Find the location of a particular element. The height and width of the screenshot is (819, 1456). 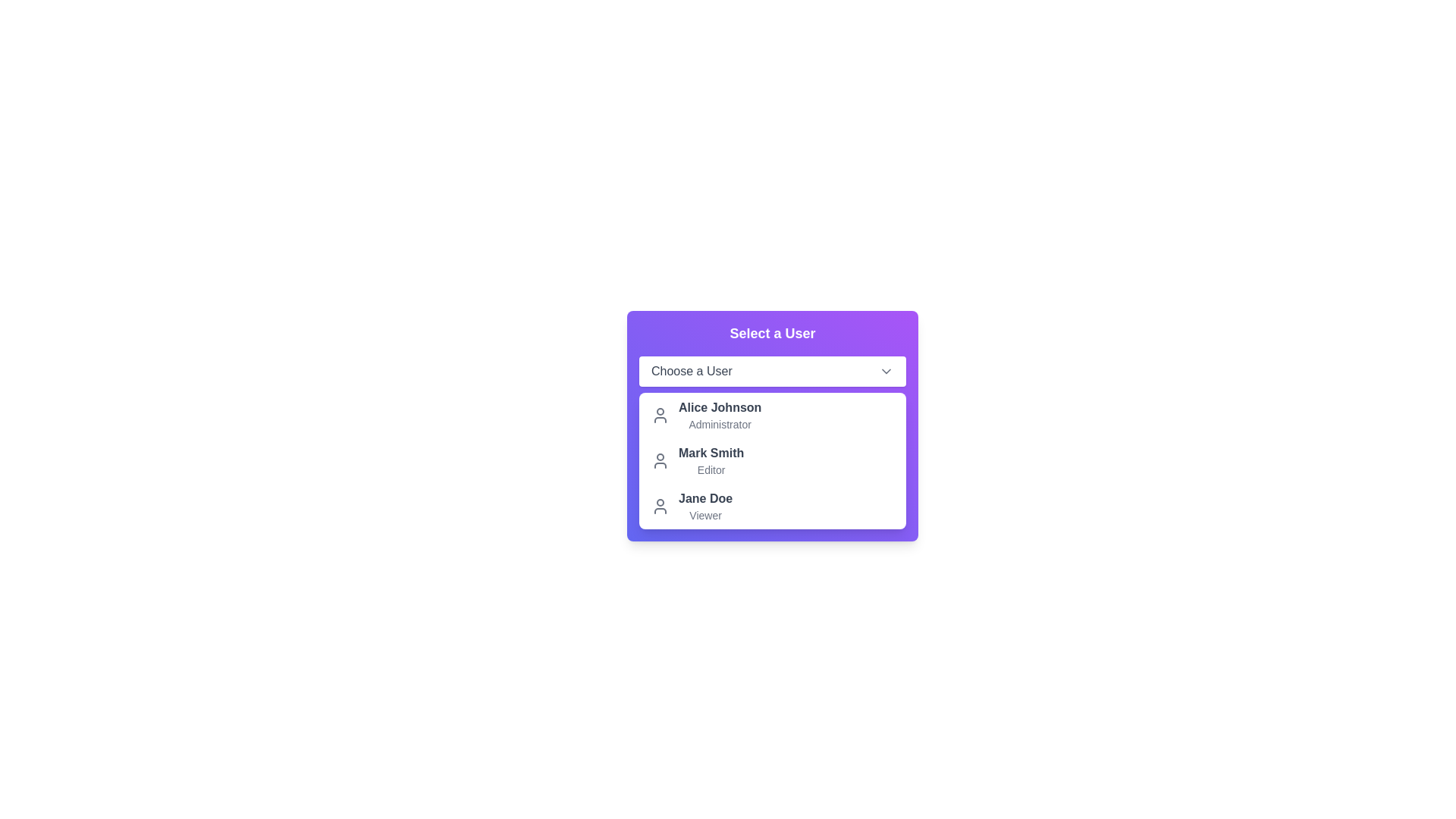

the second user option 'Mark Smith (Editor)' in the dropdown list styled with a white background and rounded corners is located at coordinates (772, 460).